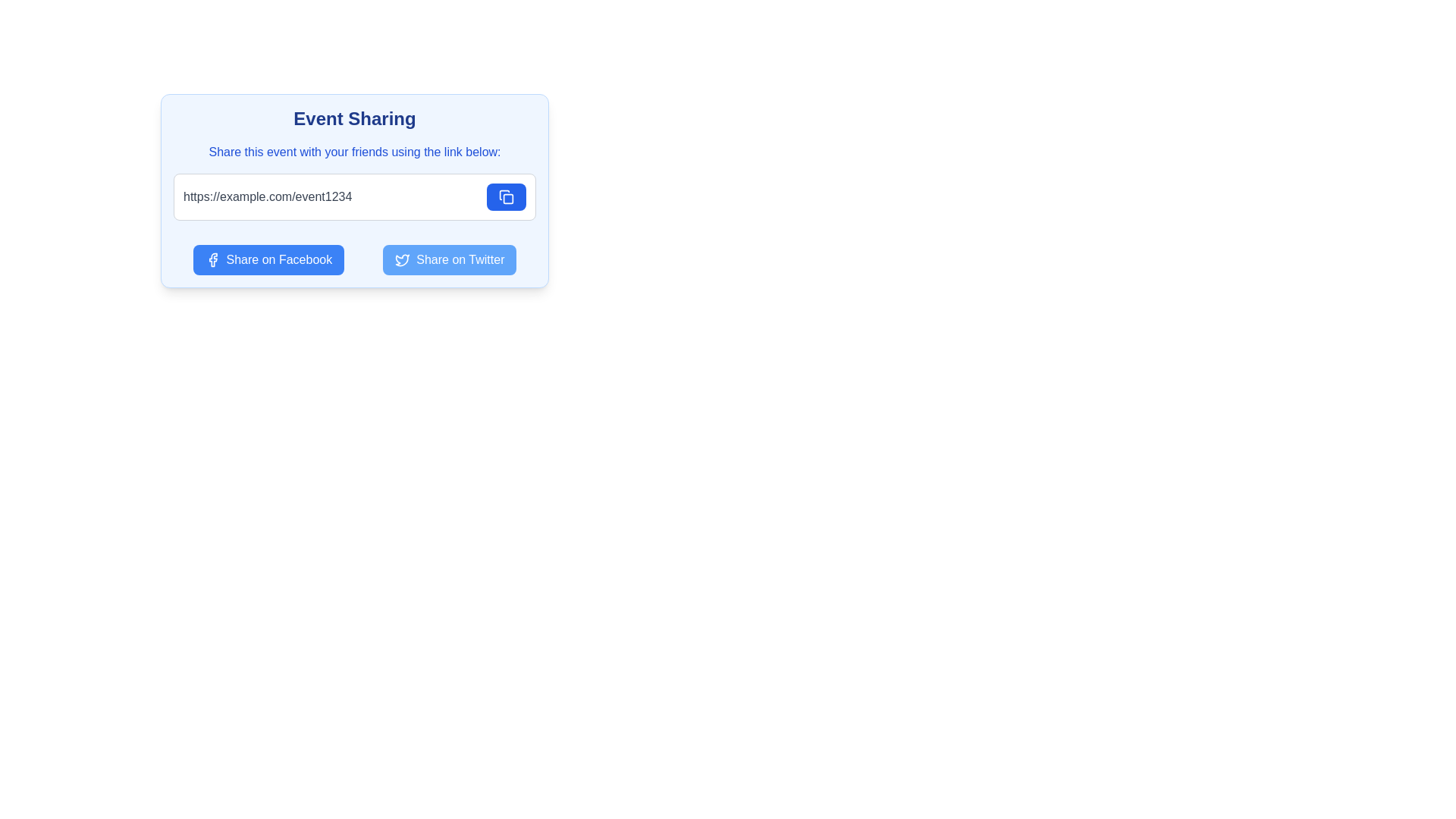  Describe the element at coordinates (506, 196) in the screenshot. I see `the rightmost button that enables users to copy the URL from the adjacent input field to their clipboard` at that location.